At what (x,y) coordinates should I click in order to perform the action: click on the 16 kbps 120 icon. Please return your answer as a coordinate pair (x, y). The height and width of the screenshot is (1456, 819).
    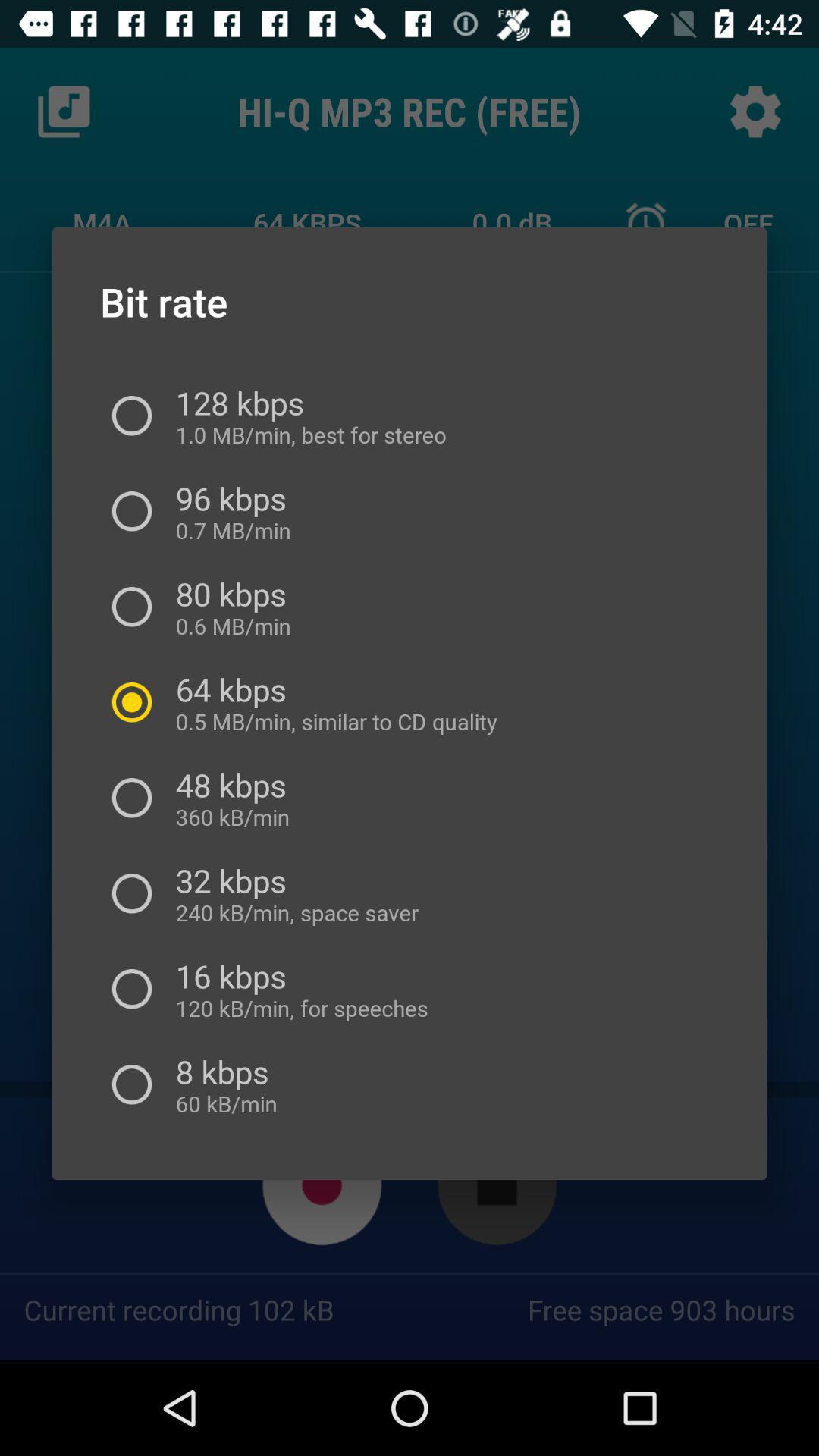
    Looking at the image, I should click on (296, 989).